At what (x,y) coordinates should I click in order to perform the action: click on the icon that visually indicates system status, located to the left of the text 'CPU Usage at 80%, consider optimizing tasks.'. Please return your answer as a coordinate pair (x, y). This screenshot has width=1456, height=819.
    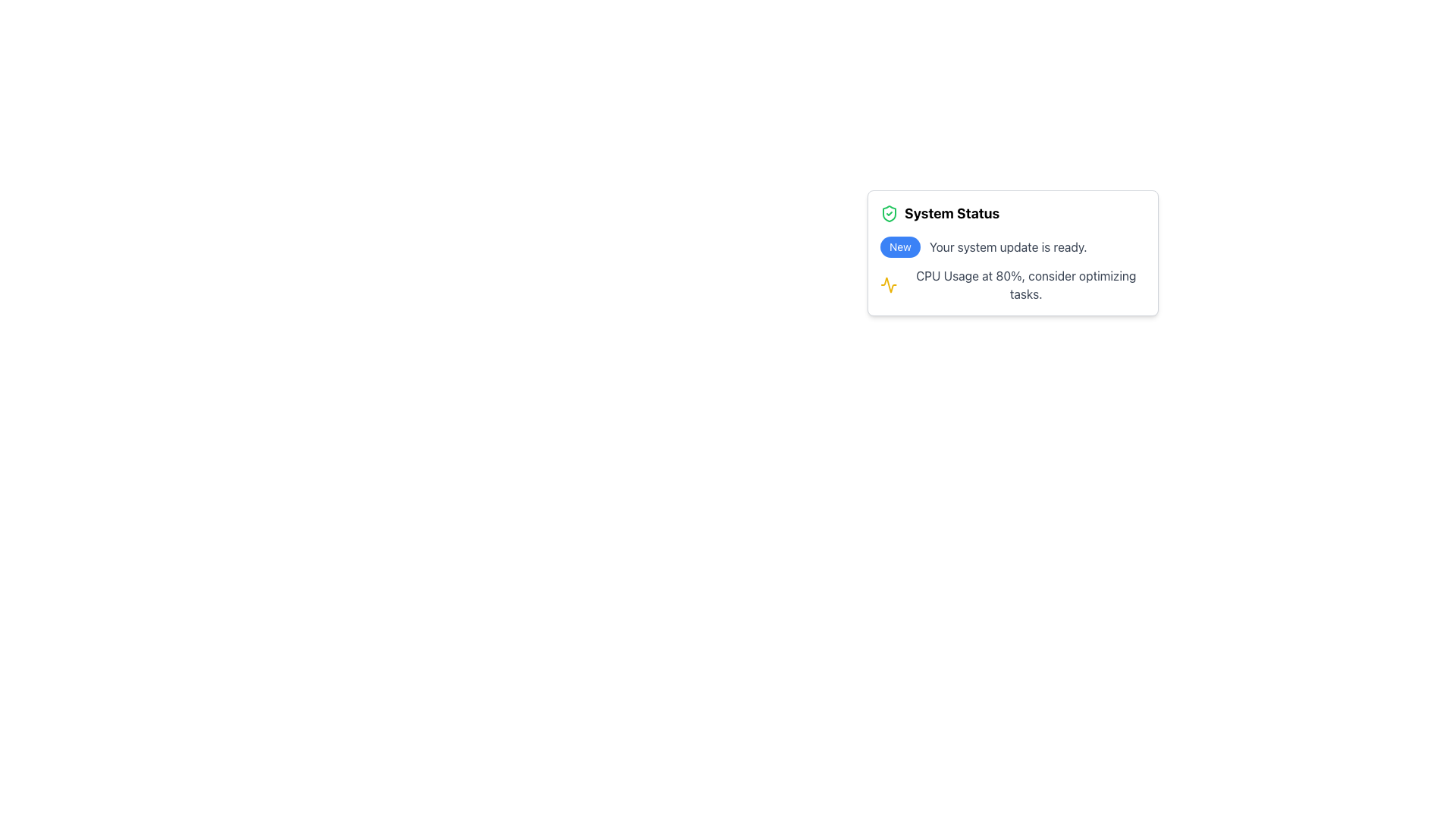
    Looking at the image, I should click on (889, 284).